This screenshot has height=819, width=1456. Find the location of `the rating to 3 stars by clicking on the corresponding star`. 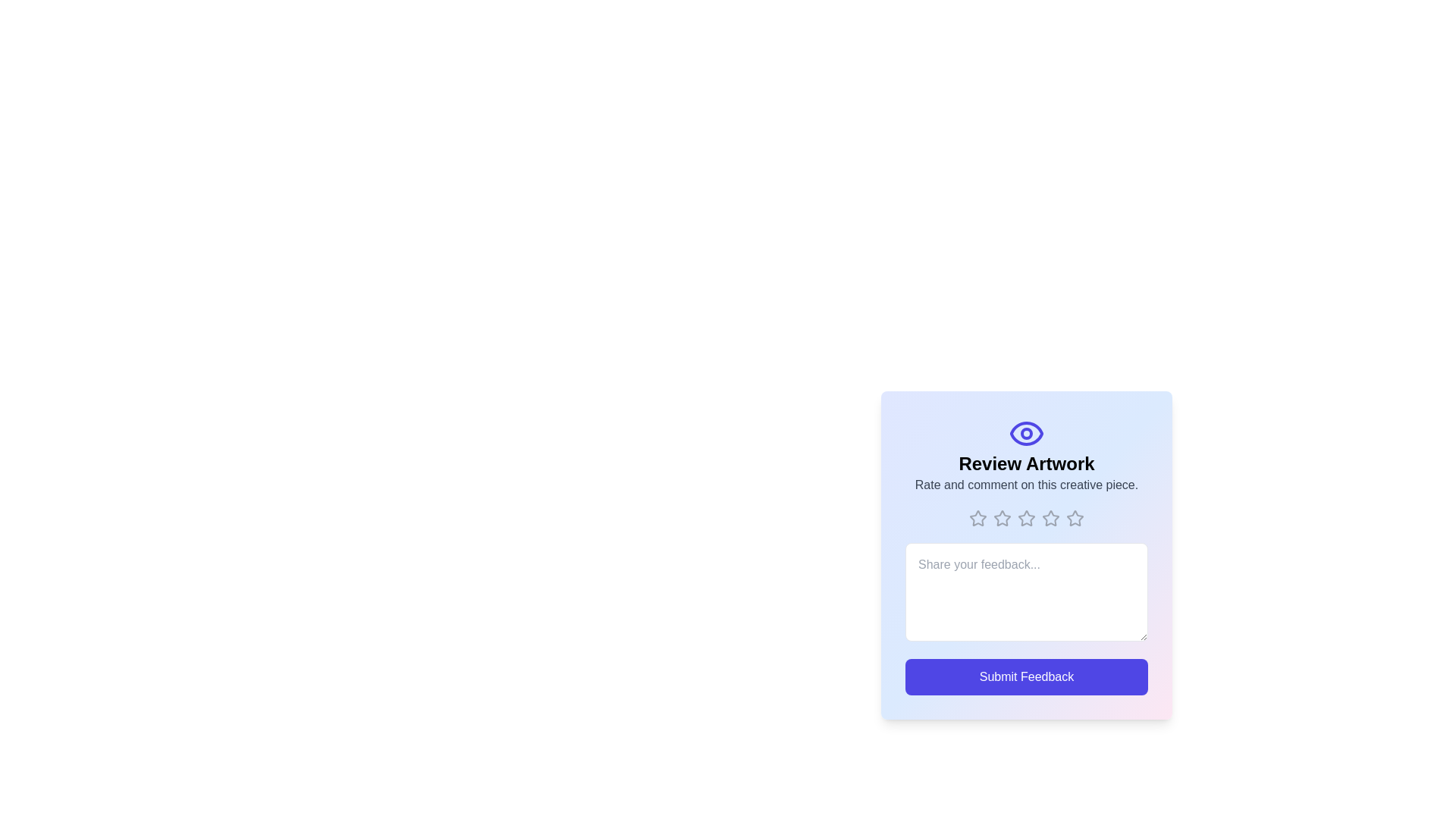

the rating to 3 stars by clicking on the corresponding star is located at coordinates (1026, 517).